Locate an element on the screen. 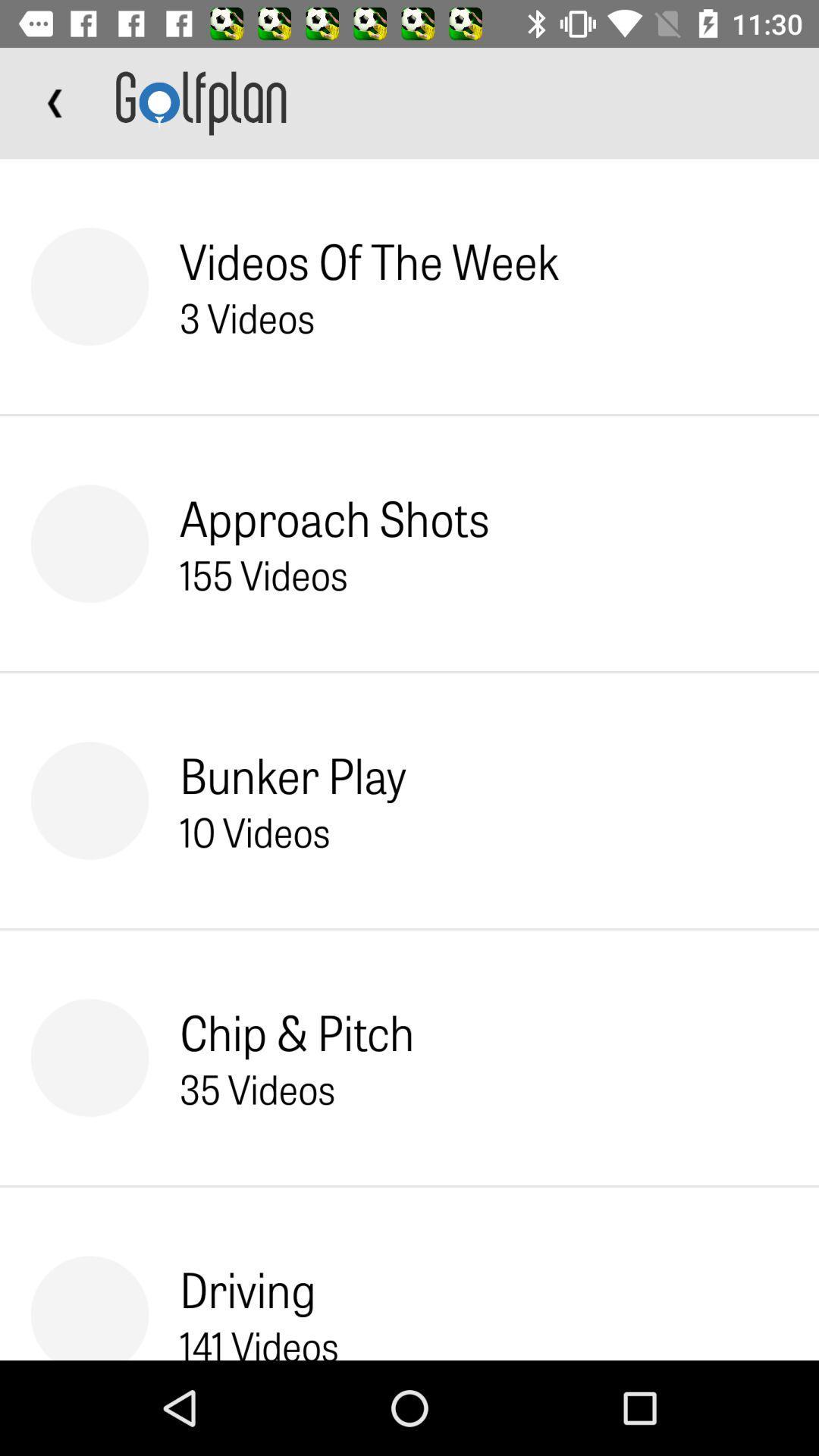 The image size is (819, 1456). chip & pitch icon is located at coordinates (297, 1031).